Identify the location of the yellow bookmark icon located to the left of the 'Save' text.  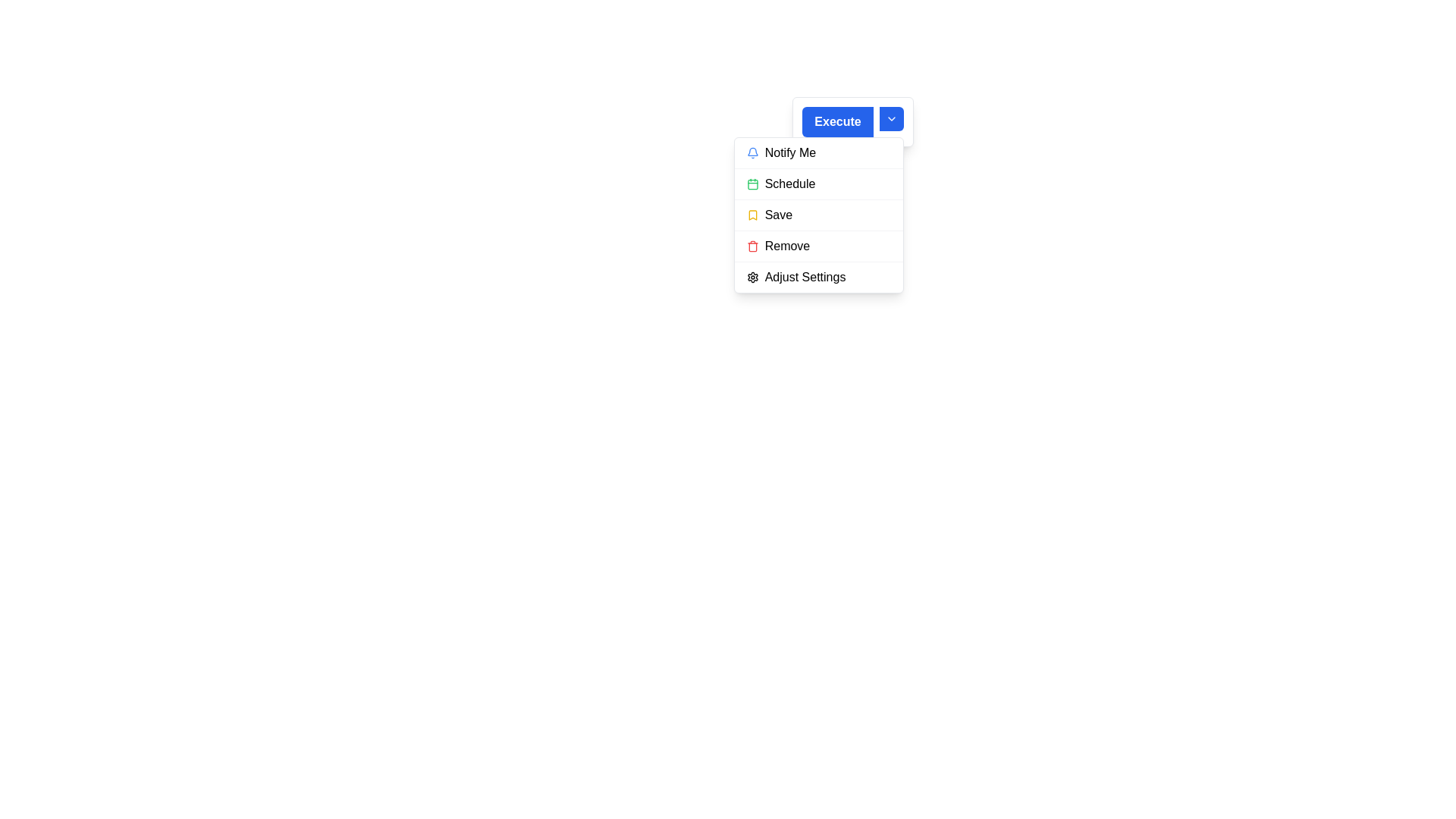
(752, 215).